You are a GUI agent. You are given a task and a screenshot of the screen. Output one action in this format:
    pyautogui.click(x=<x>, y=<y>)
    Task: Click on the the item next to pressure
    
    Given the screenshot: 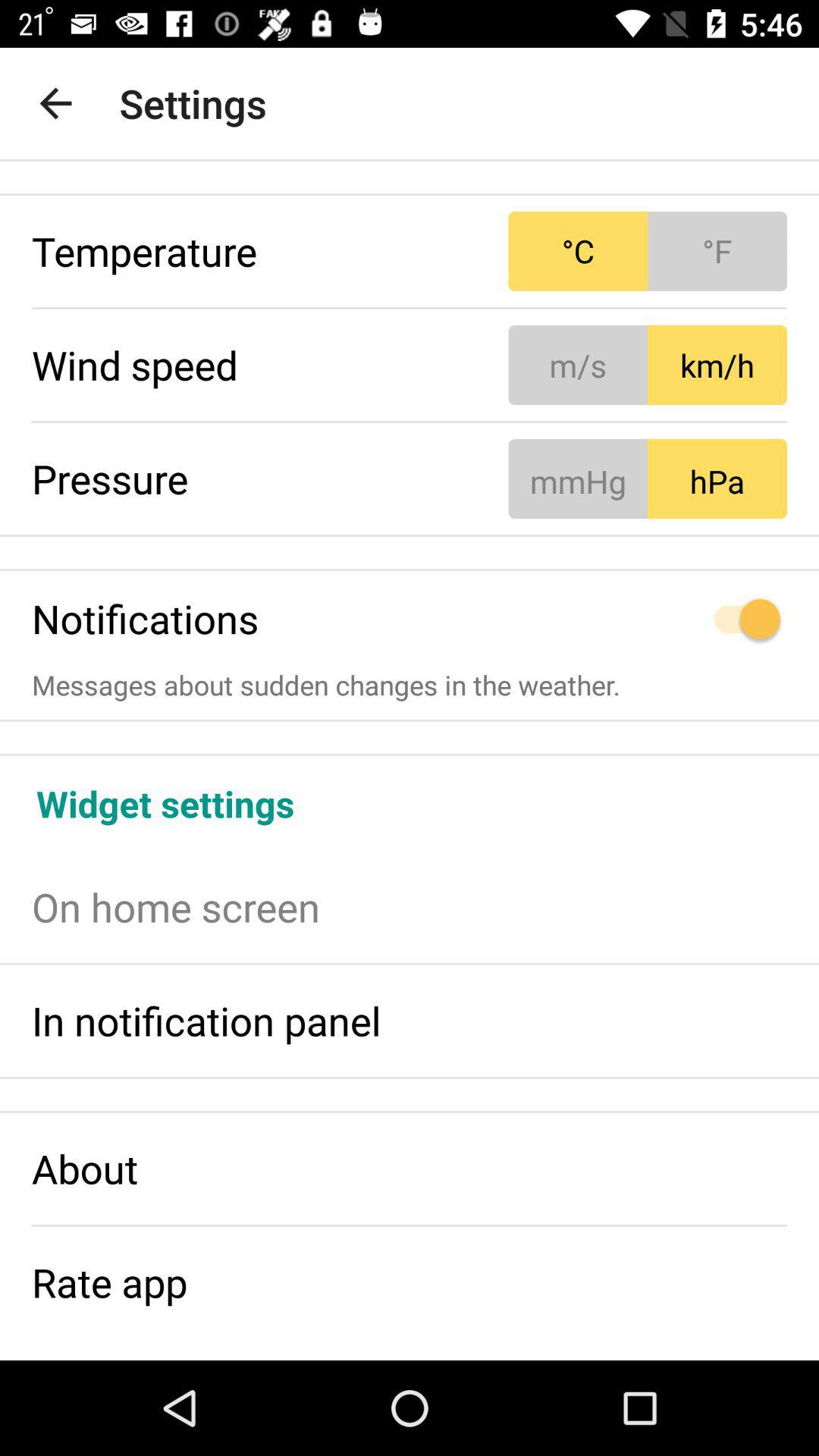 What is the action you would take?
    pyautogui.click(x=648, y=478)
    